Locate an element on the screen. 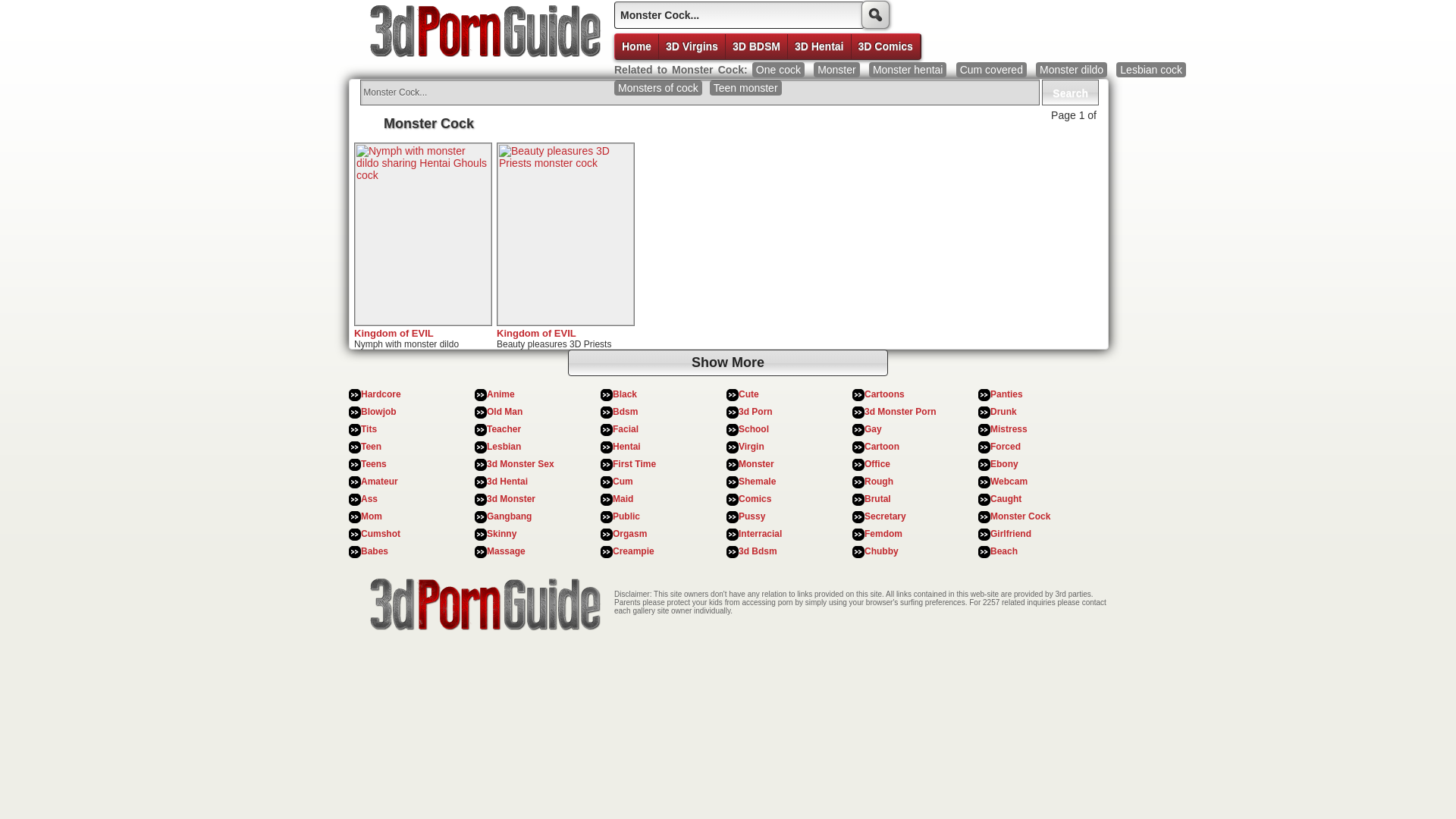 This screenshot has height=819, width=1456. '3D Comics' is located at coordinates (885, 45).